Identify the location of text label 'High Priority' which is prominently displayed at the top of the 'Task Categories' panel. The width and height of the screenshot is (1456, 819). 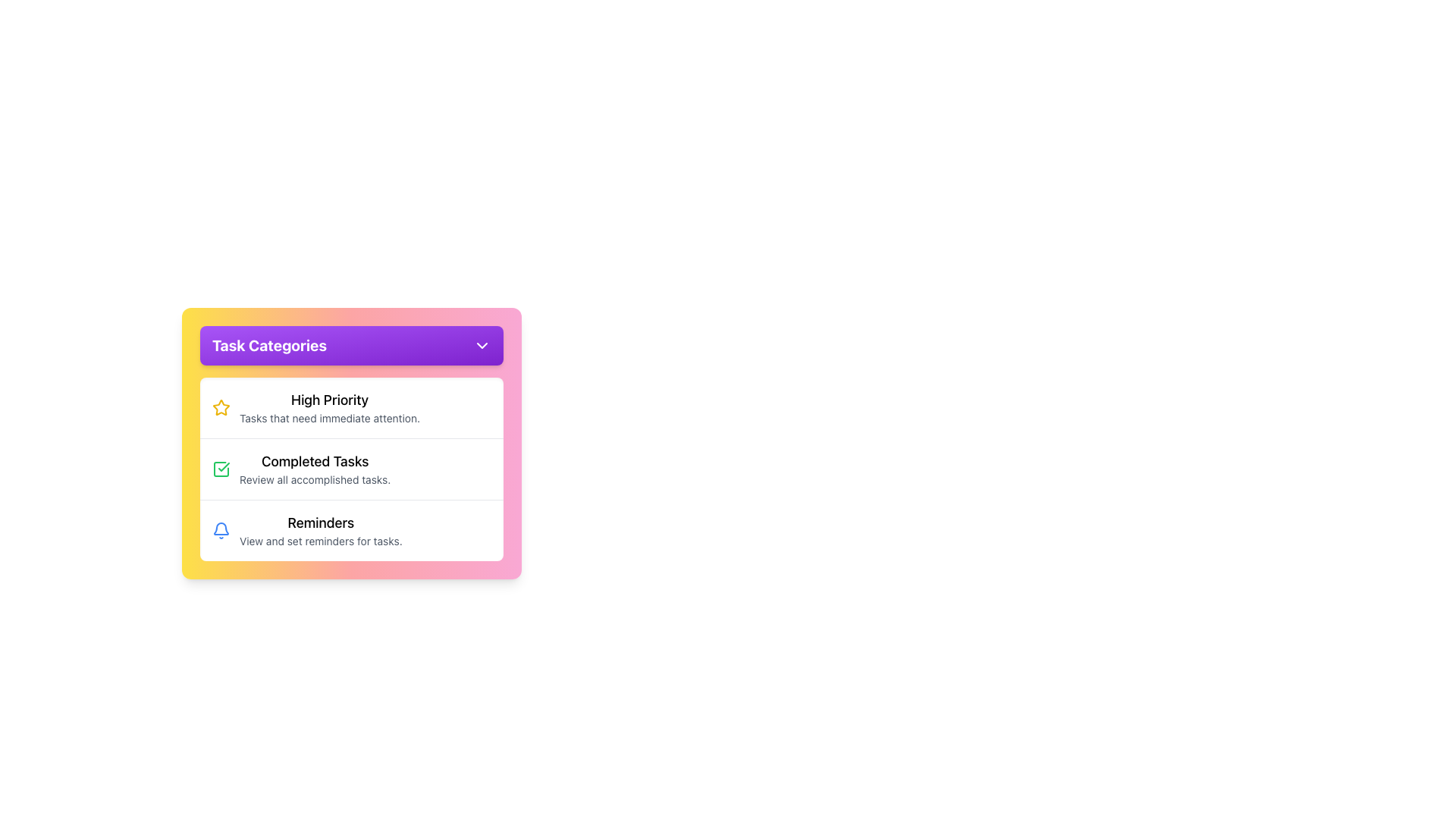
(329, 400).